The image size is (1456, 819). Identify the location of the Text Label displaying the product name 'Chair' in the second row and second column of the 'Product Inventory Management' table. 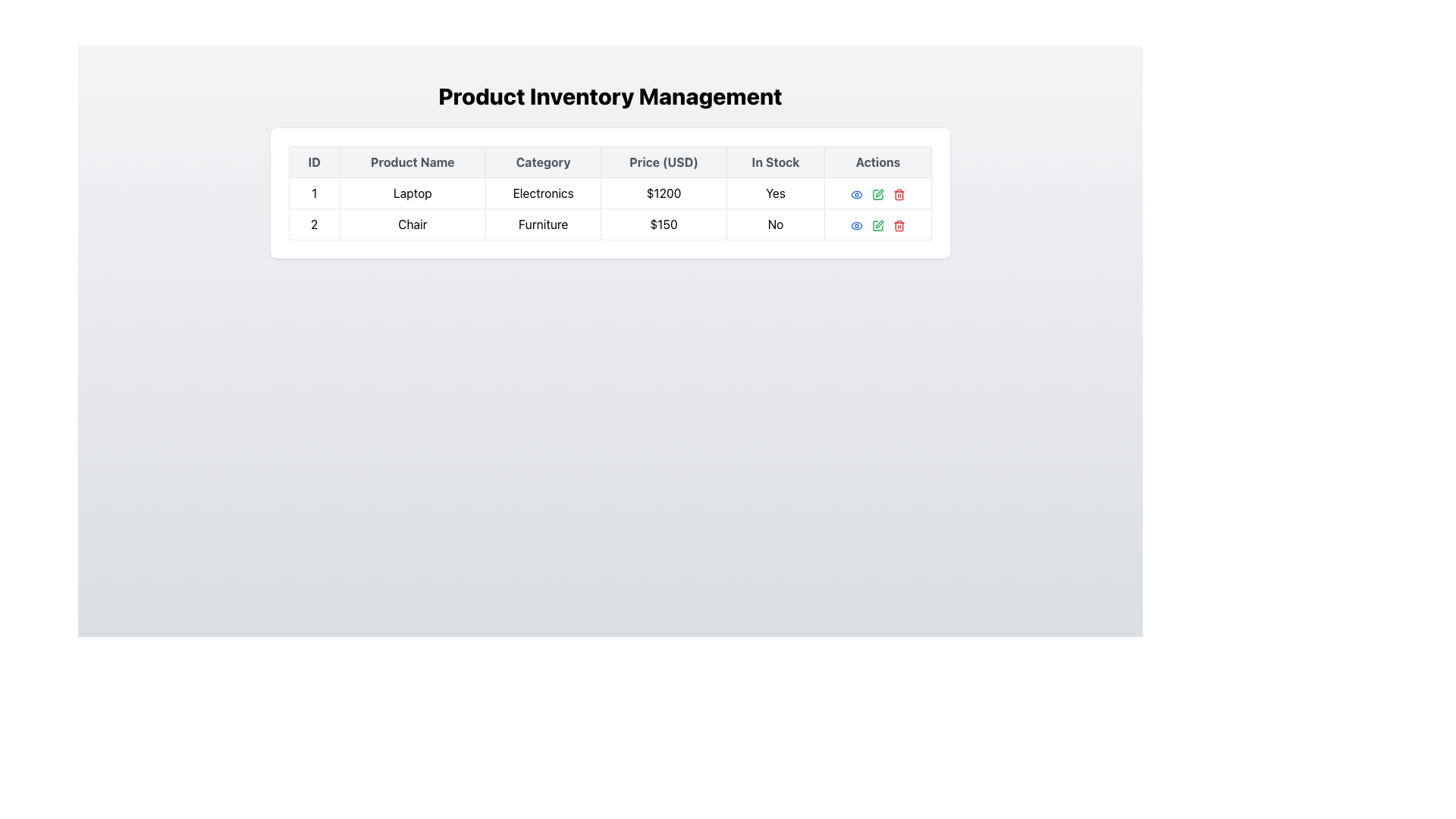
(413, 224).